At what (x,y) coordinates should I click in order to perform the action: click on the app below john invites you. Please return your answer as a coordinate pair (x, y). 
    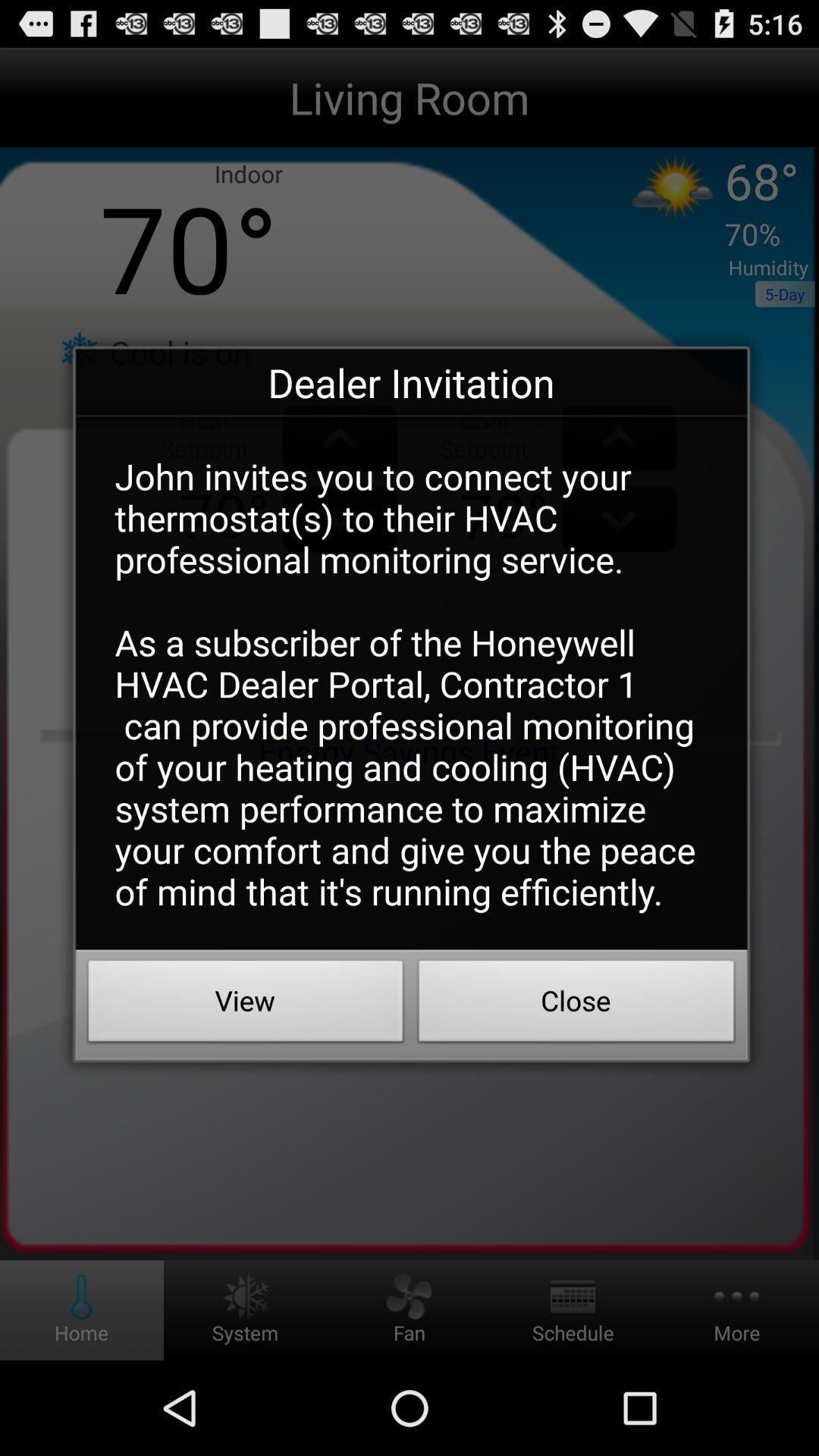
    Looking at the image, I should click on (576, 1005).